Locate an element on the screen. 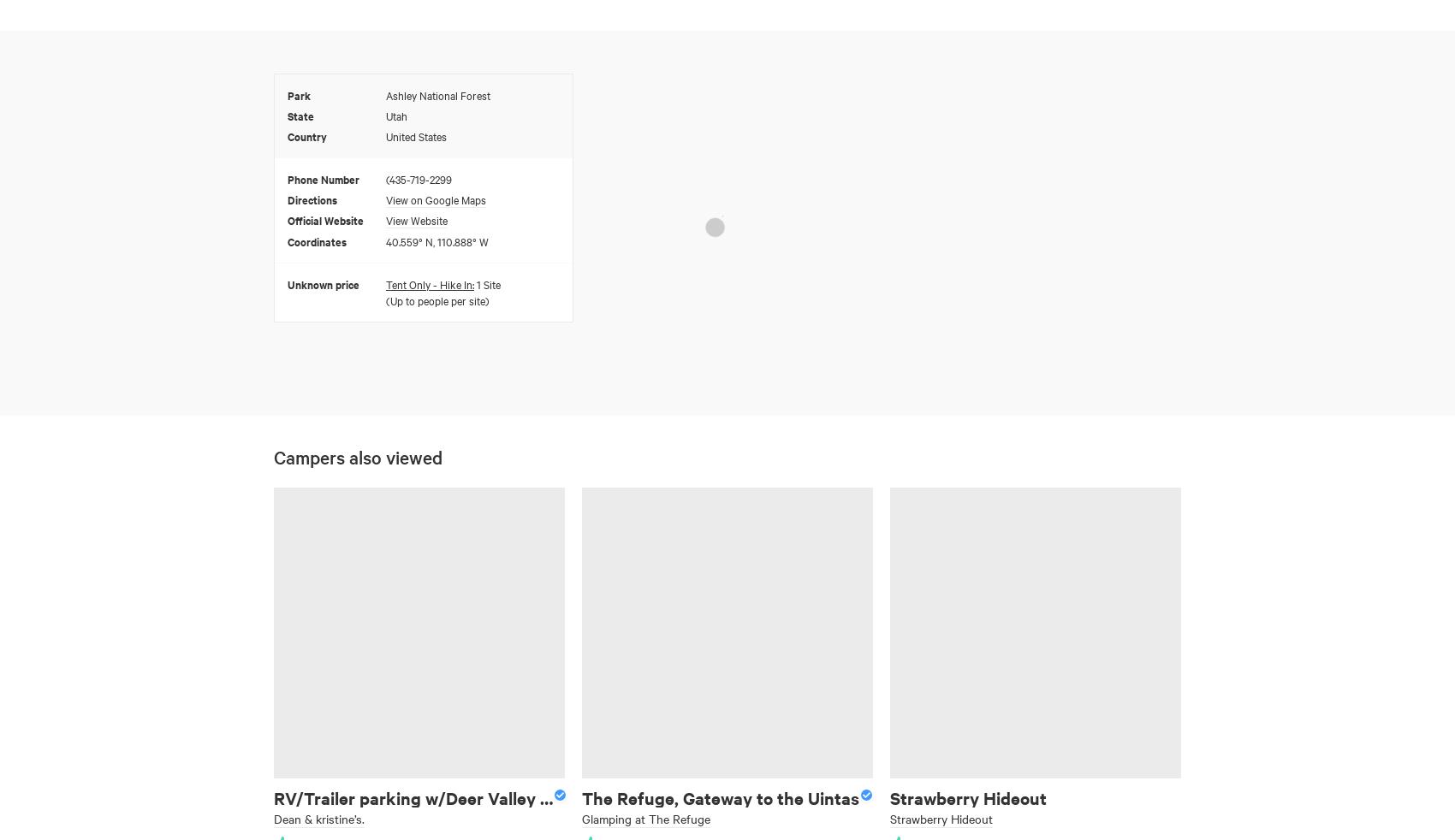 This screenshot has height=840, width=1455. 'Phone Number' is located at coordinates (323, 177).